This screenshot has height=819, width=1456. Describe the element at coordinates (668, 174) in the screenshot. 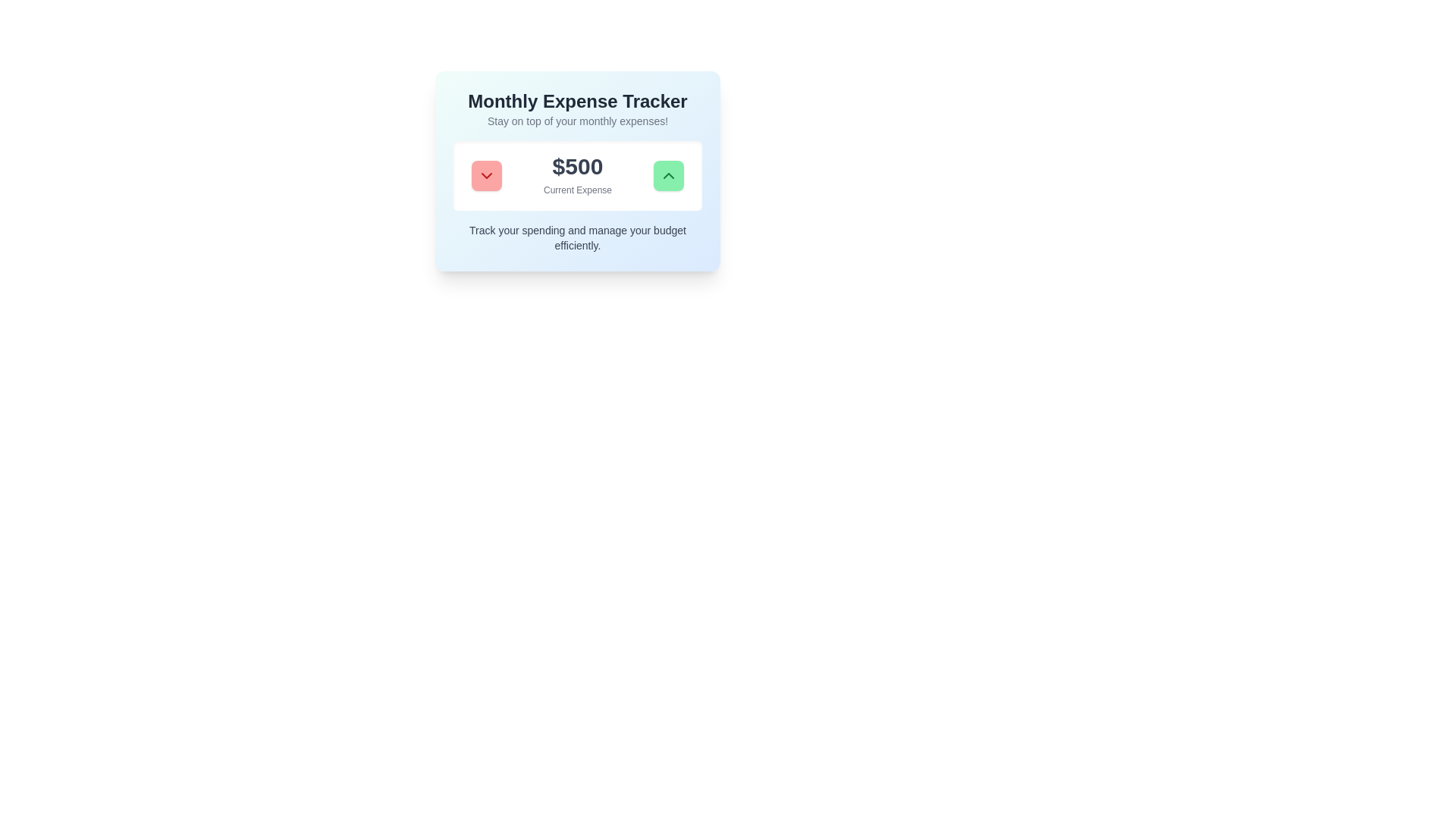

I see `the upward navigation icon styled as a button located within the 'Monthly Expense Tracker' card interface` at that location.